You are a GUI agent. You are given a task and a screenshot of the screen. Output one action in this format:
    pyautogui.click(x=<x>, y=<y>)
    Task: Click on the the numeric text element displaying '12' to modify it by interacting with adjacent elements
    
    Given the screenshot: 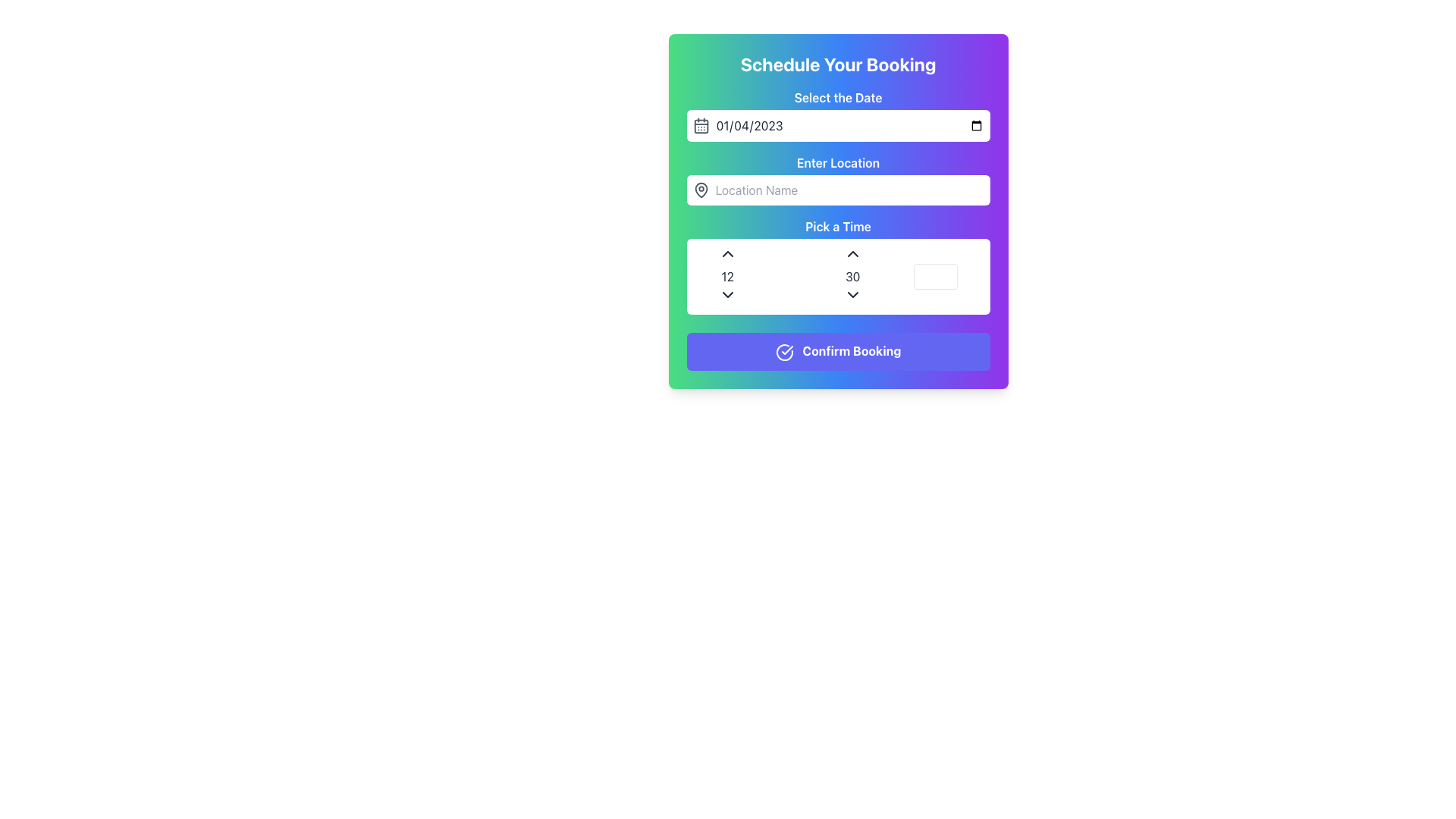 What is the action you would take?
    pyautogui.click(x=726, y=277)
    